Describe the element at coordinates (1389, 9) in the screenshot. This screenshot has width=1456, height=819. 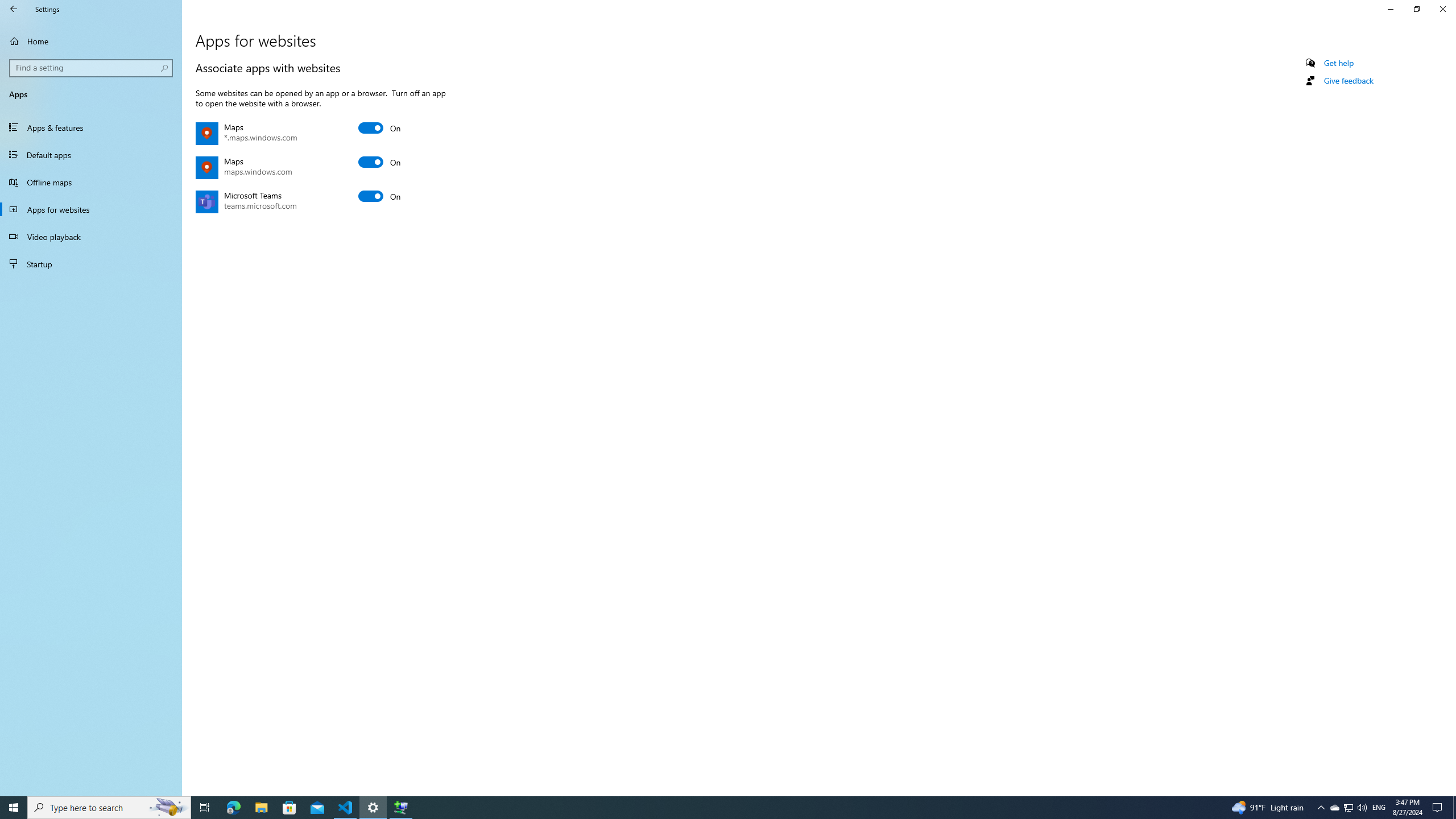
I see `'Minimize Settings'` at that location.